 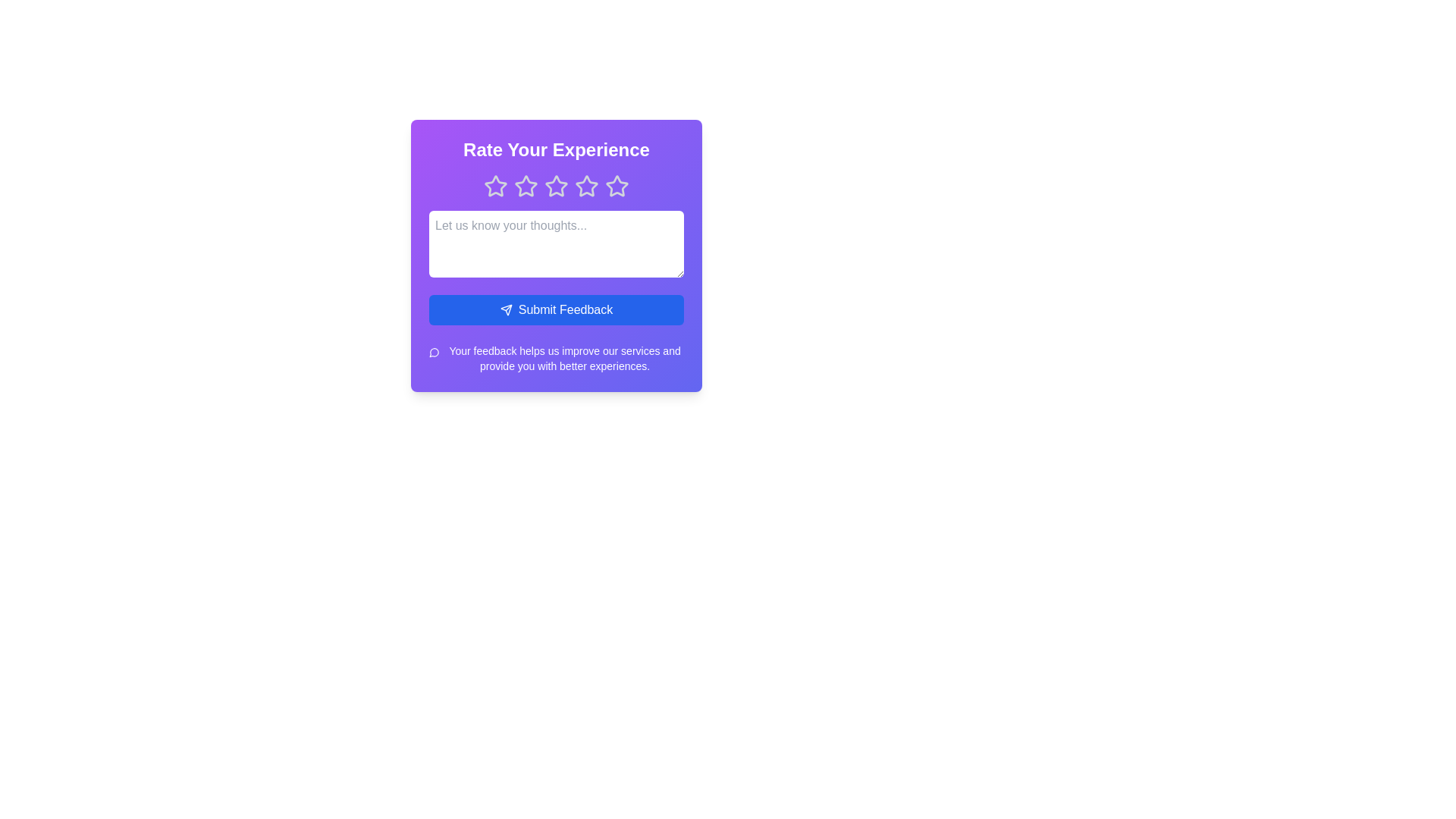 What do you see at coordinates (495, 185) in the screenshot?
I see `the first star in the star rating system to indicate selection for a one-star rating` at bounding box center [495, 185].